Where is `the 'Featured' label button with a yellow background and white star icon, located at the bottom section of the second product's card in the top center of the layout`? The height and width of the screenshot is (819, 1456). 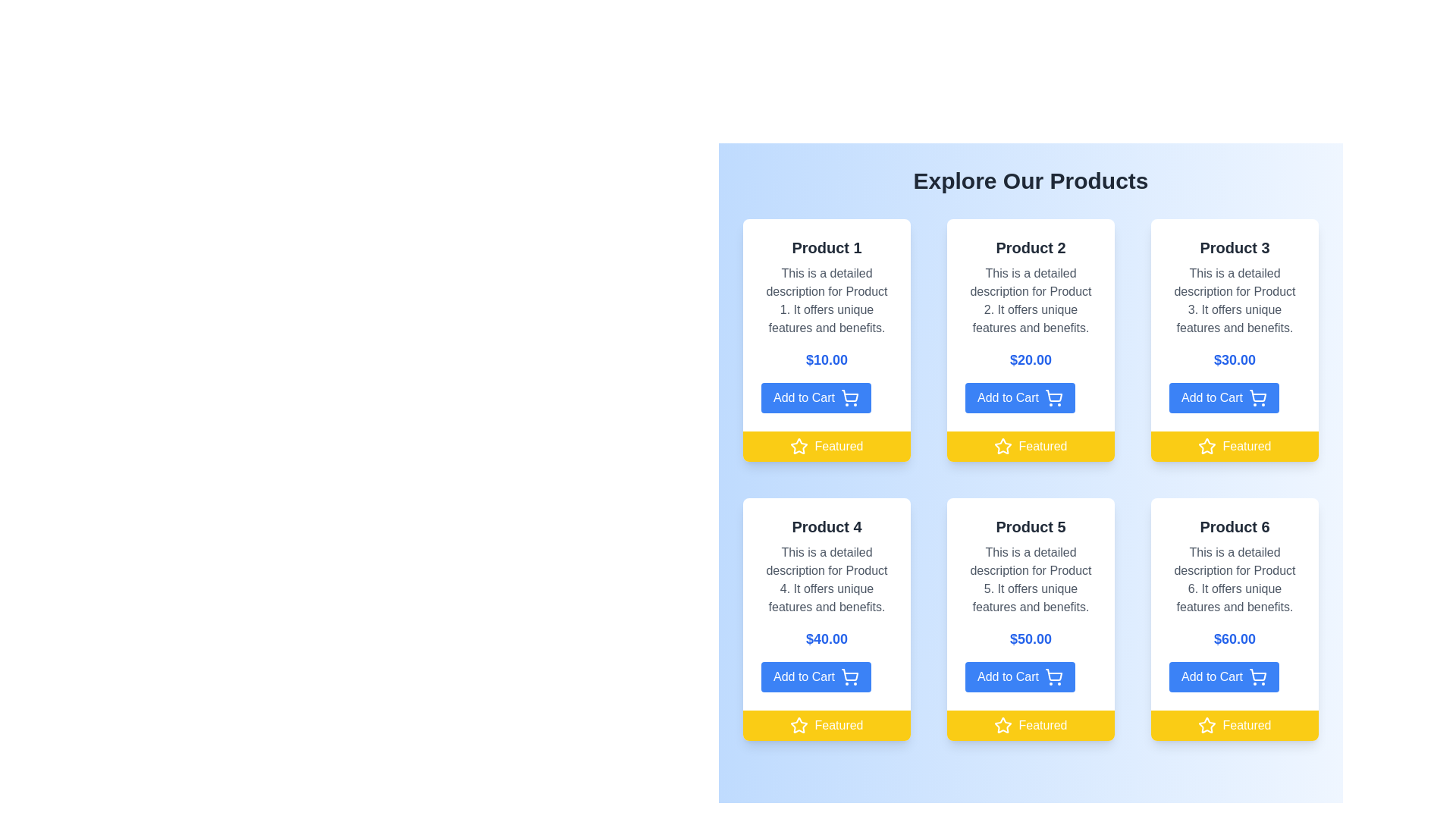 the 'Featured' label button with a yellow background and white star icon, located at the bottom section of the second product's card in the top center of the layout is located at coordinates (1031, 446).